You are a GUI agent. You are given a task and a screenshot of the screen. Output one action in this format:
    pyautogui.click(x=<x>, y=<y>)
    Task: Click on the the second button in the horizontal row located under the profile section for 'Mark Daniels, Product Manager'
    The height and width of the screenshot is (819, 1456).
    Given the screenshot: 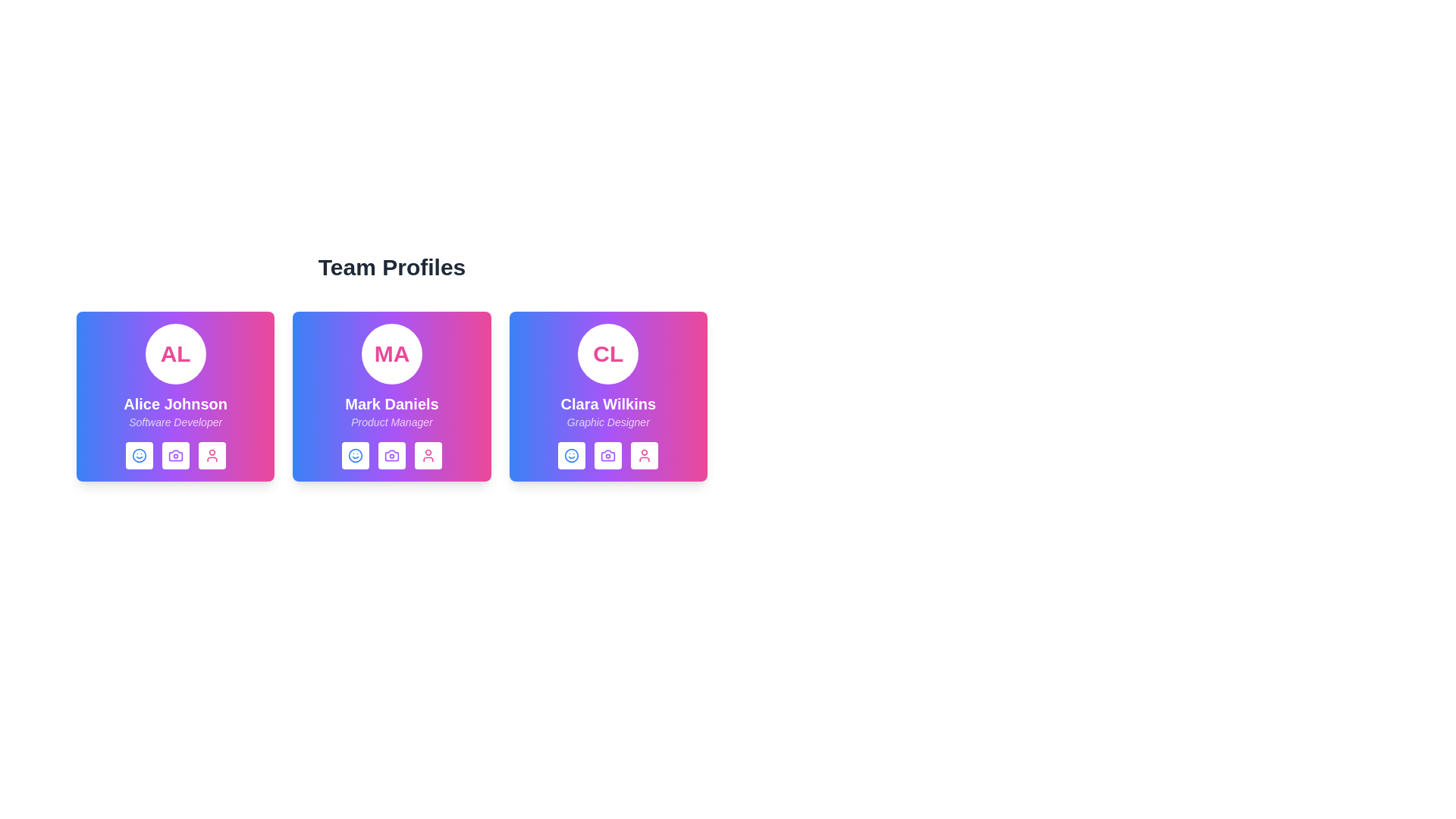 What is the action you would take?
    pyautogui.click(x=392, y=455)
    